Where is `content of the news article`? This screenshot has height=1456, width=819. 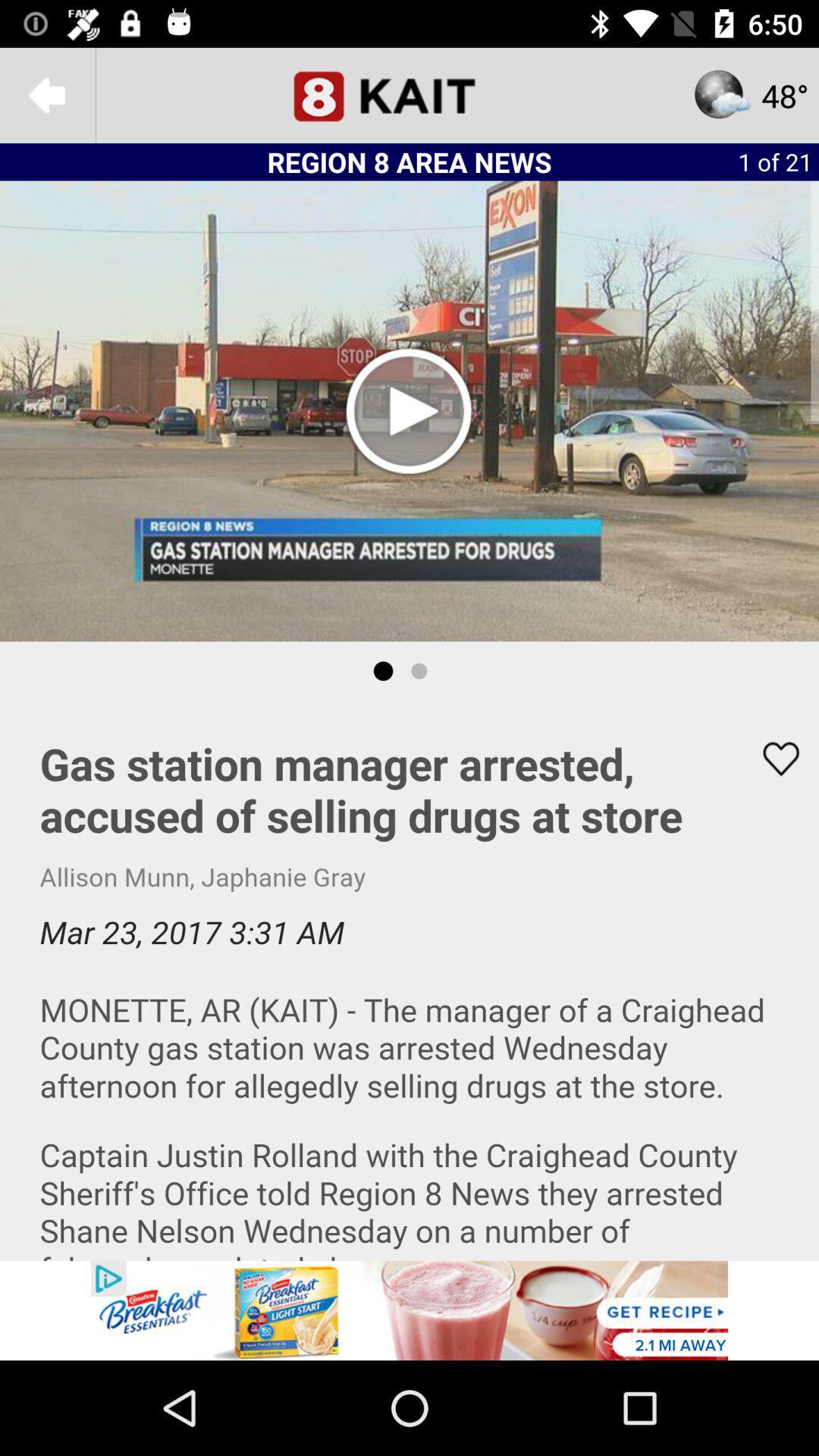 content of the news article is located at coordinates (409, 981).